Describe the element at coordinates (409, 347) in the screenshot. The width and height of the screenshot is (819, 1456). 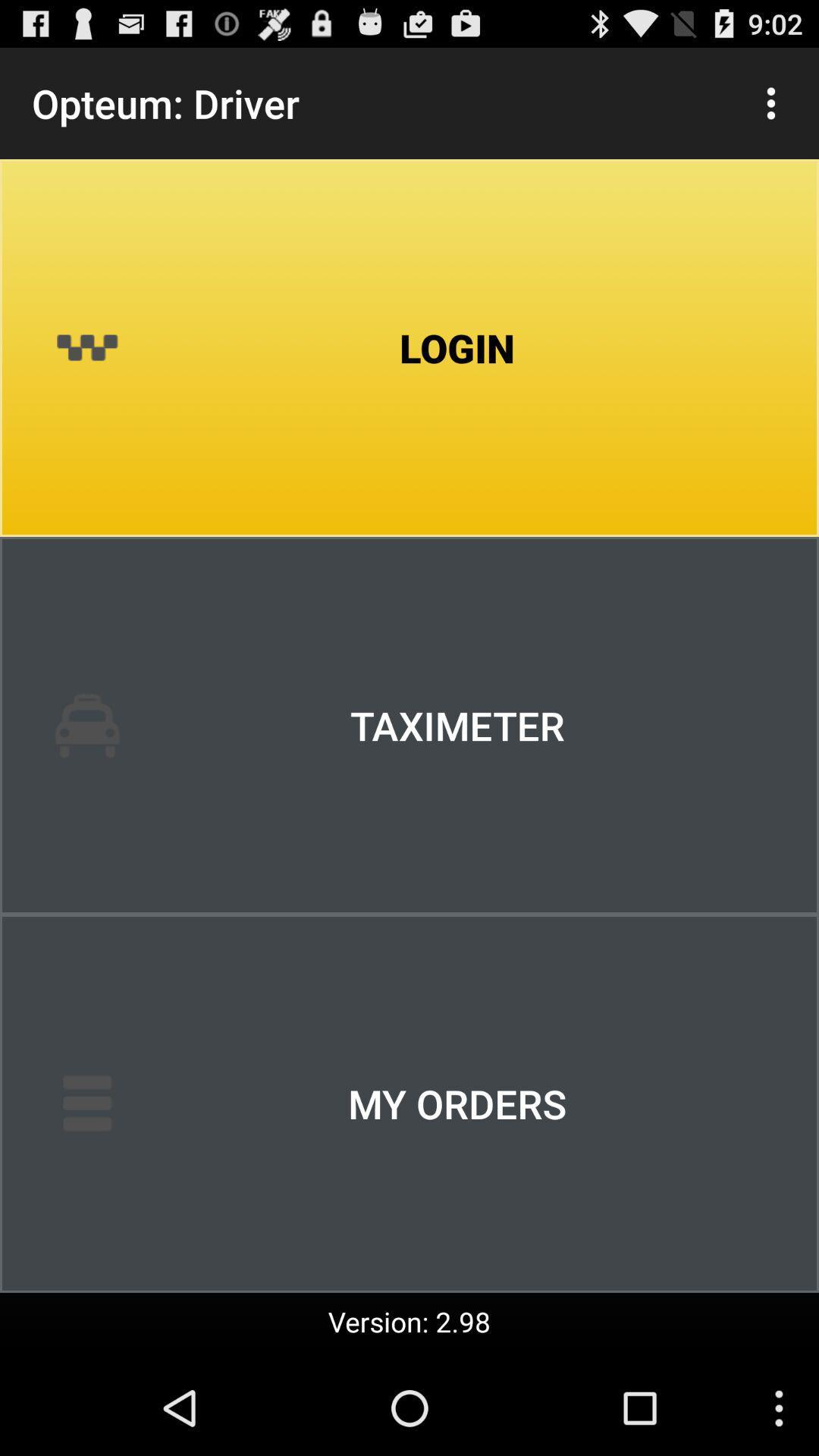
I see `the item above the taximeter item` at that location.